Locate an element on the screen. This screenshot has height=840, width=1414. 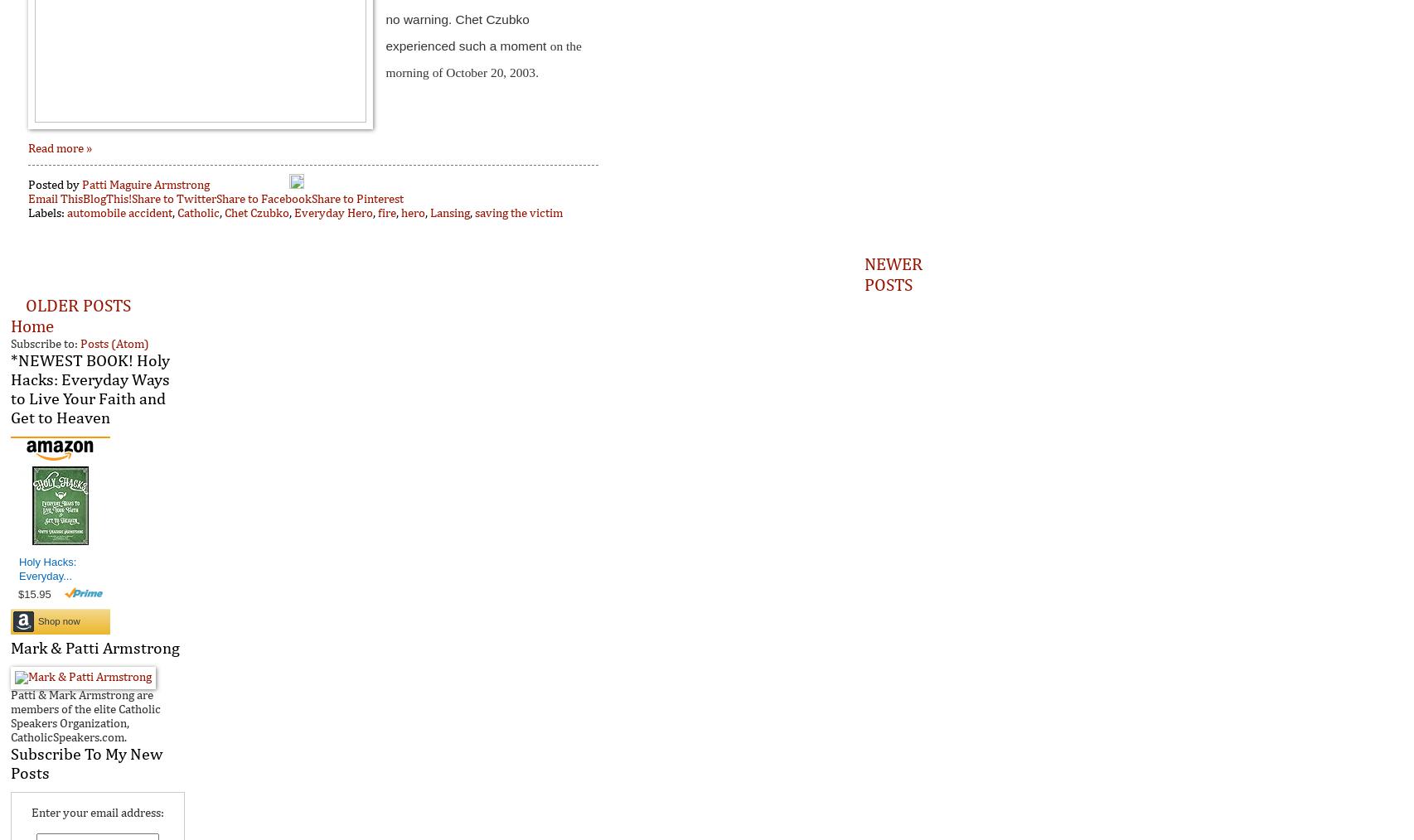
'Mark & Patti Armstrong' is located at coordinates (94, 647).